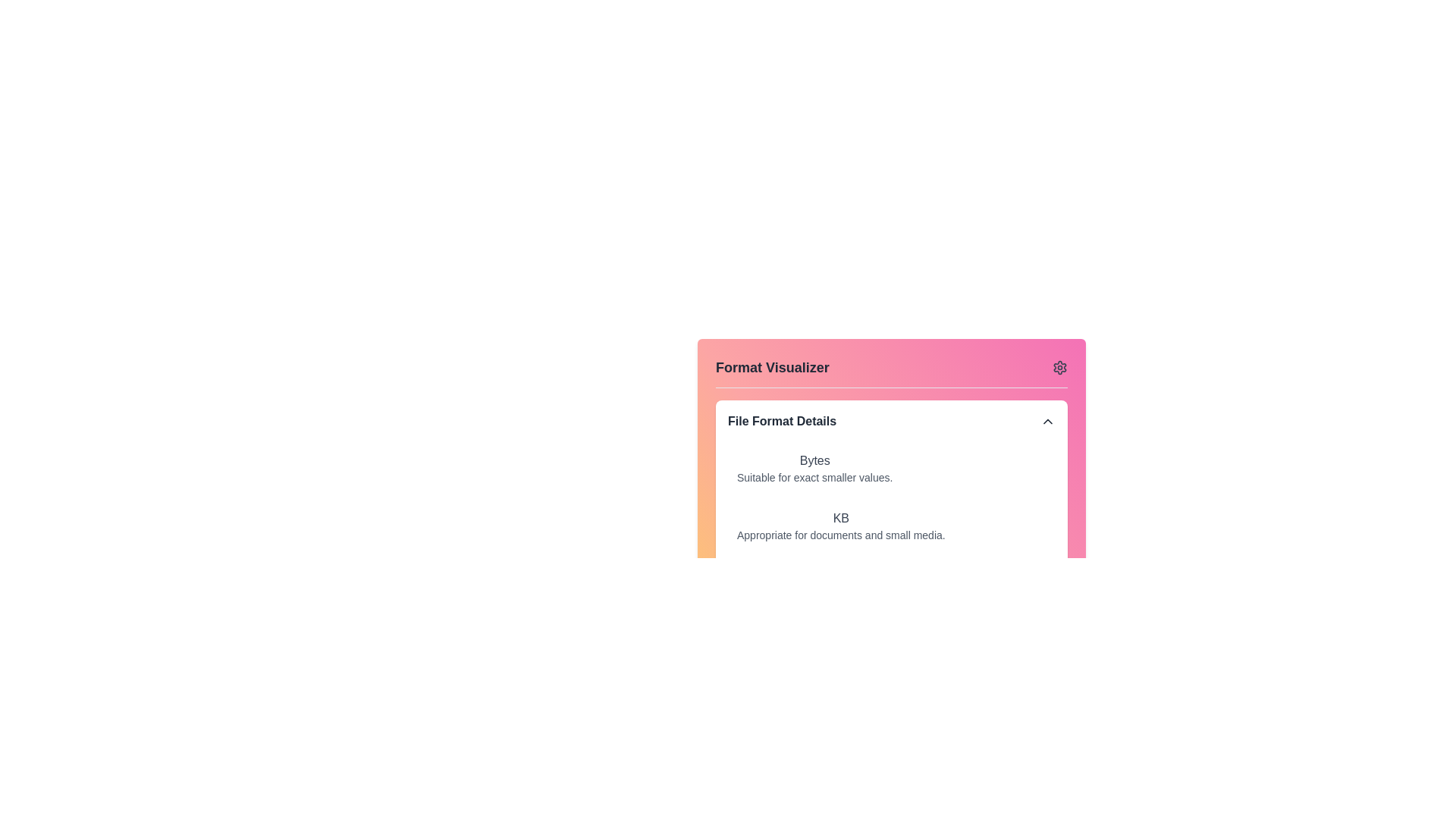 Image resolution: width=1456 pixels, height=819 pixels. I want to click on the gear icon in the top-right corner of the SVG component, so click(1059, 368).